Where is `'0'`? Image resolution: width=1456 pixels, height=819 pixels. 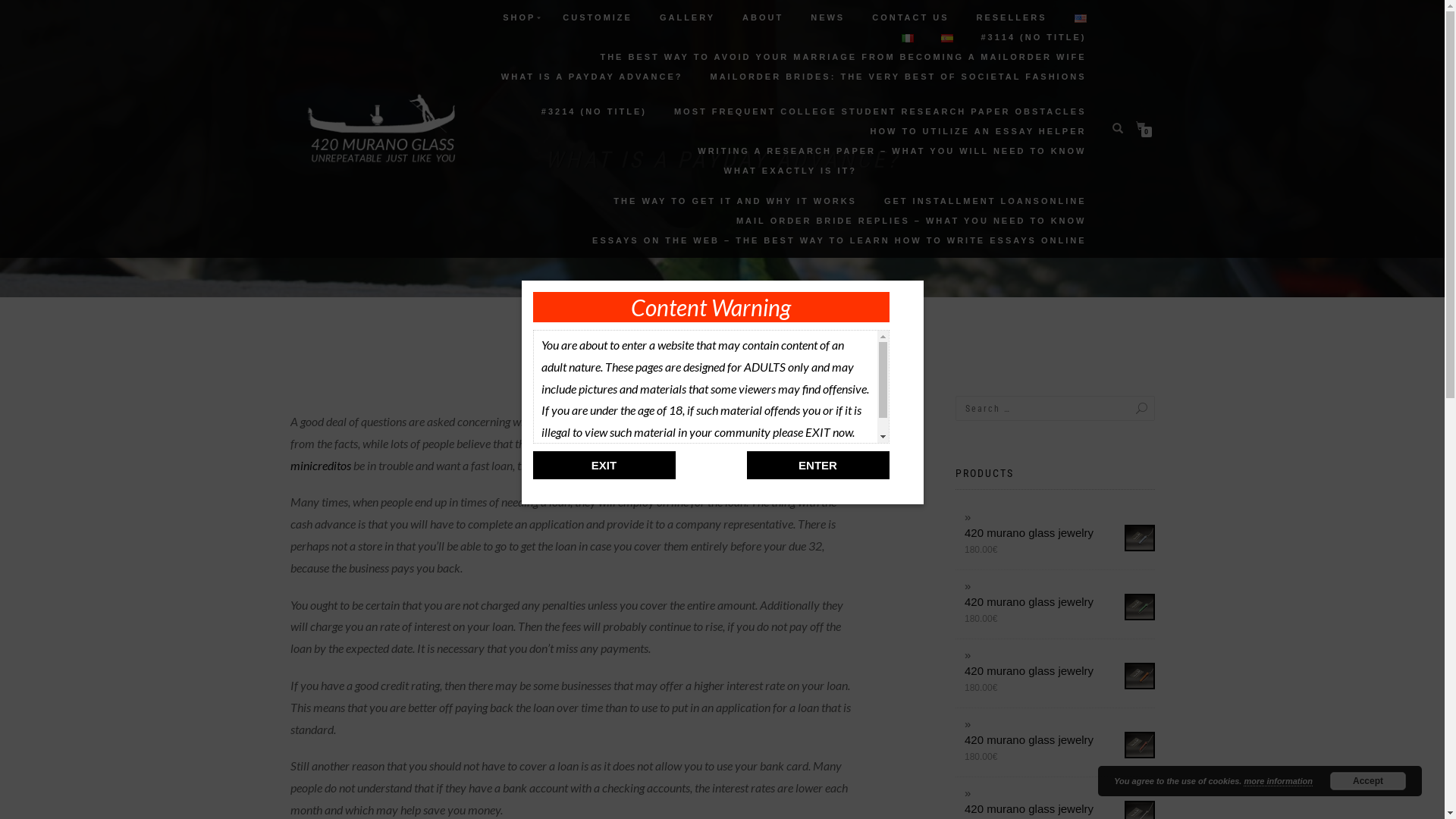 '0' is located at coordinates (1143, 125).